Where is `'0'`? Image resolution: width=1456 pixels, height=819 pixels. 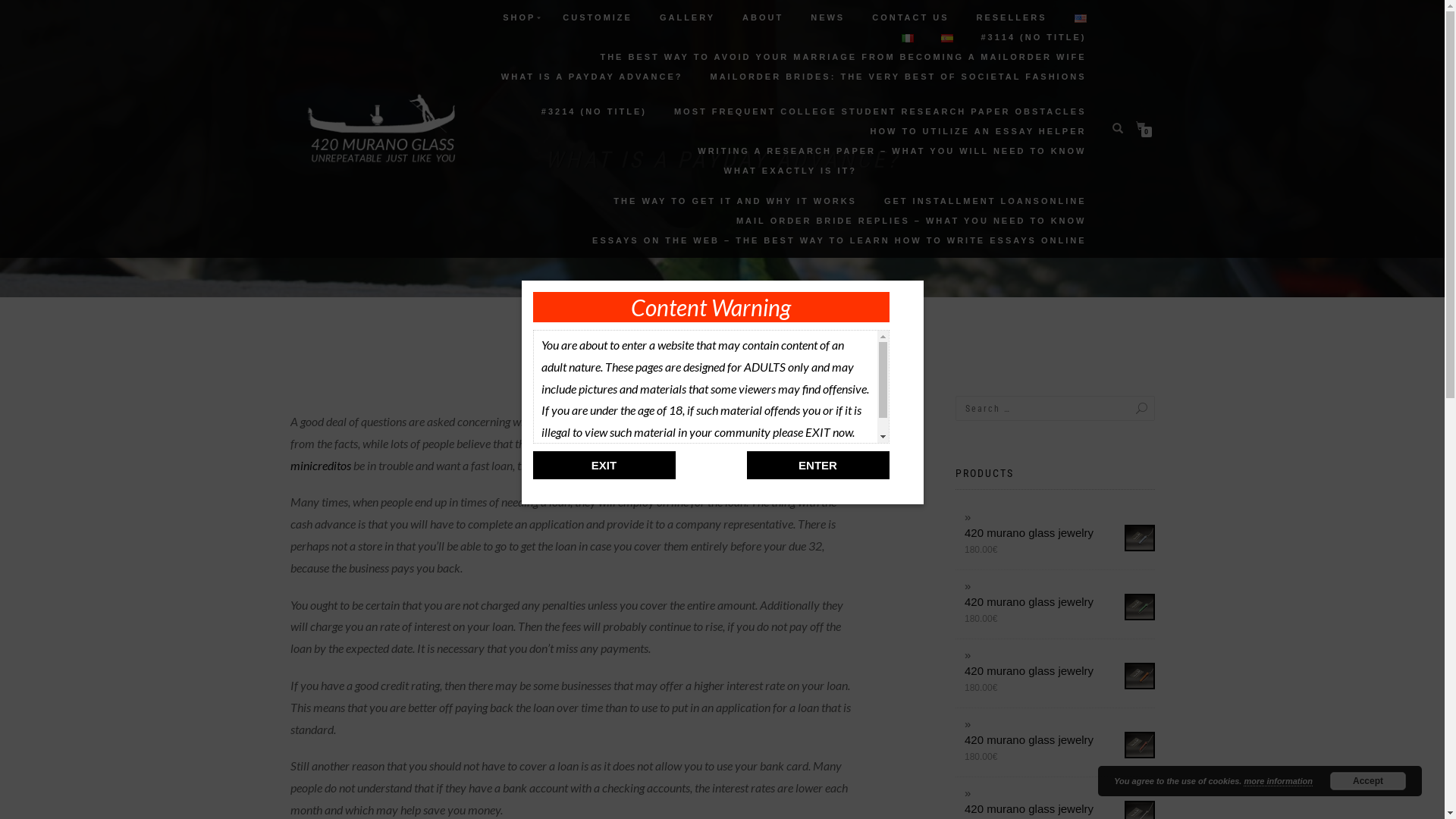 '0' is located at coordinates (1143, 125).